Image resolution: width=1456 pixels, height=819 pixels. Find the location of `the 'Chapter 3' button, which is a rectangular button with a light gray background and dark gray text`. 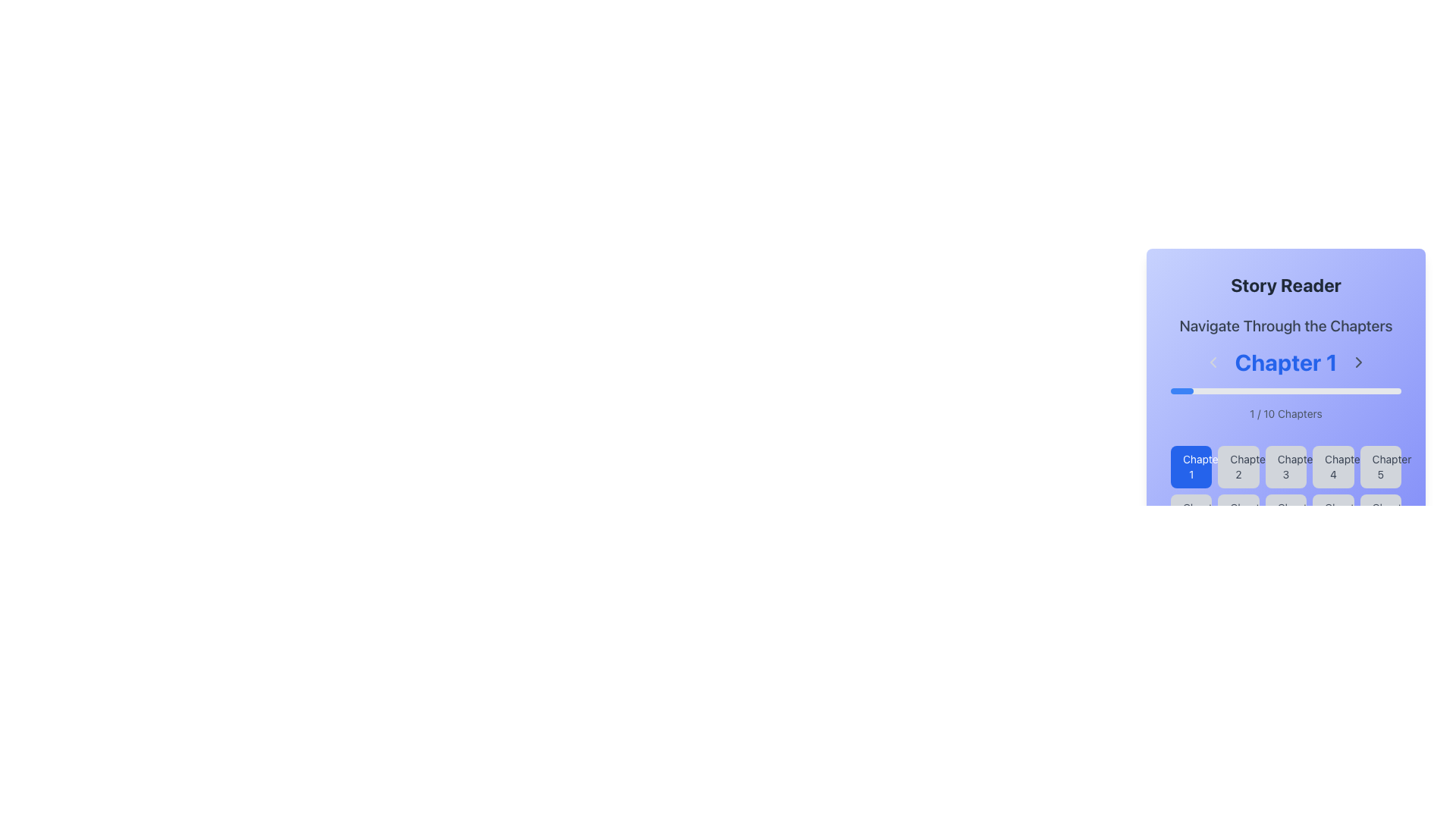

the 'Chapter 3' button, which is a rectangular button with a light gray background and dark gray text is located at coordinates (1285, 466).